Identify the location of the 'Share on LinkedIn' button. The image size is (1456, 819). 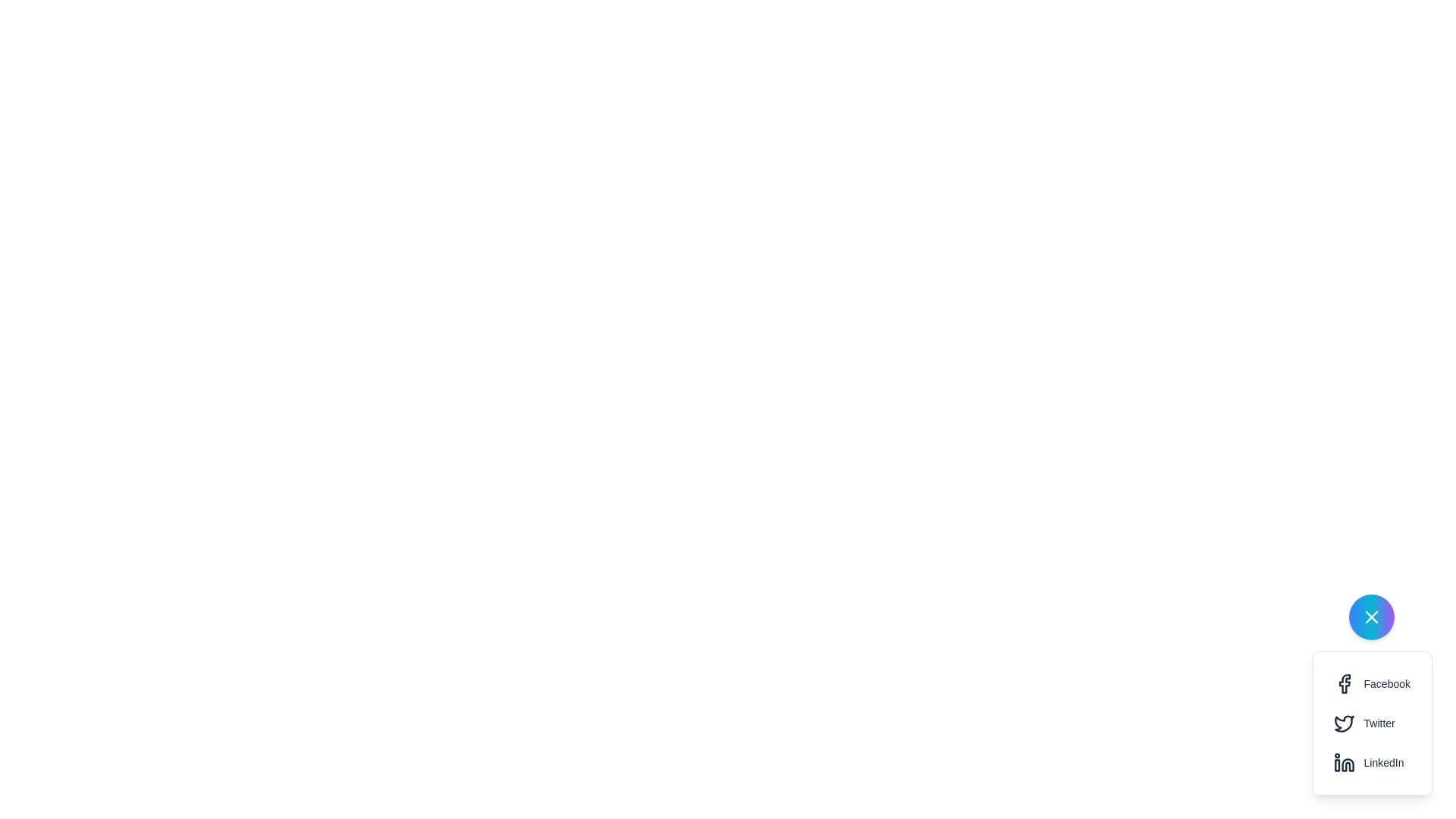
(1368, 763).